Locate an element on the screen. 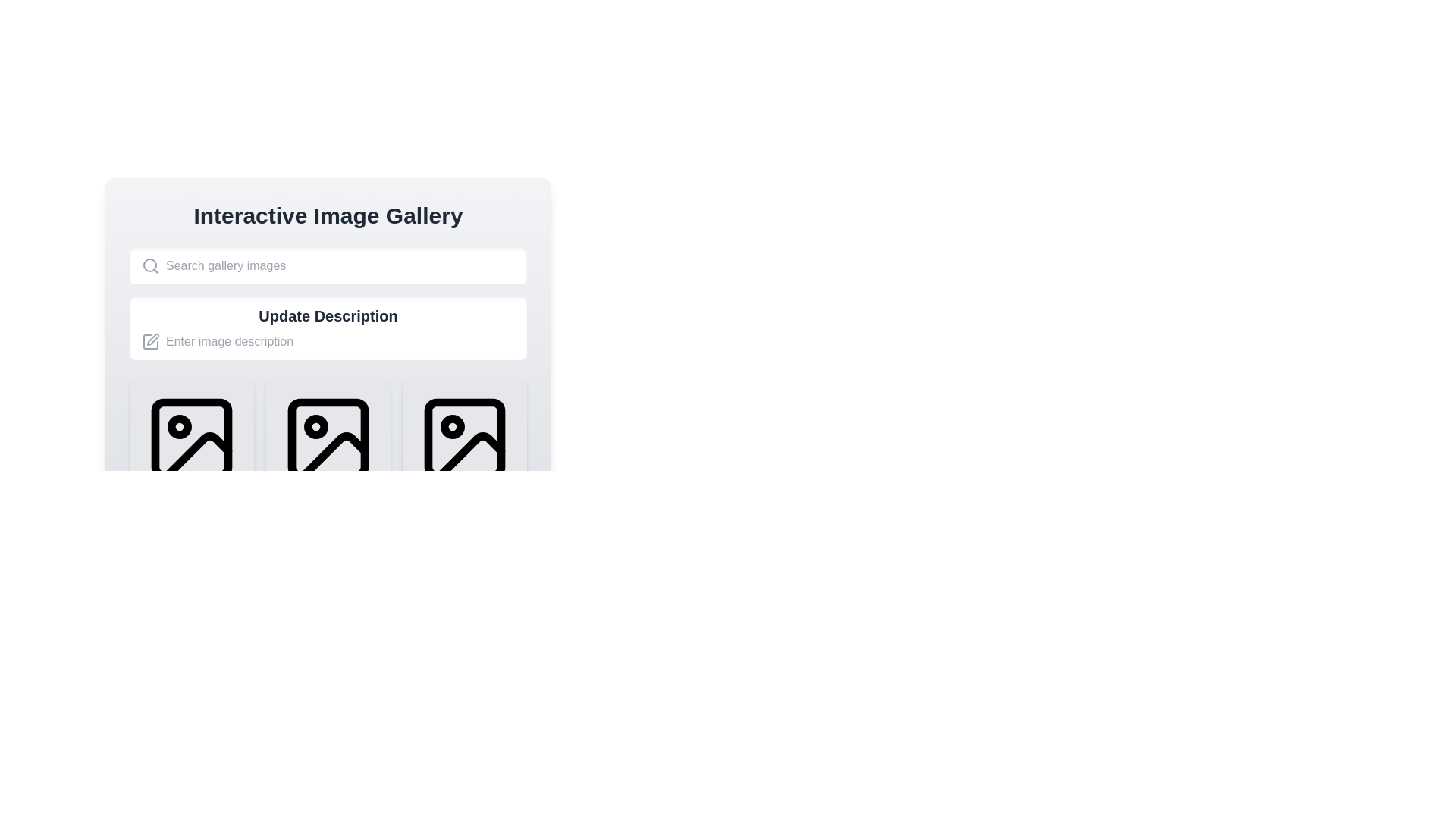 Image resolution: width=1456 pixels, height=819 pixels. the graphical rectangle that represents a detail of the photo icon located in the top-left segment of the photo icon, which is the first icon in a row of three below 'Interactive Image Gallery' and the search bar is located at coordinates (191, 438).